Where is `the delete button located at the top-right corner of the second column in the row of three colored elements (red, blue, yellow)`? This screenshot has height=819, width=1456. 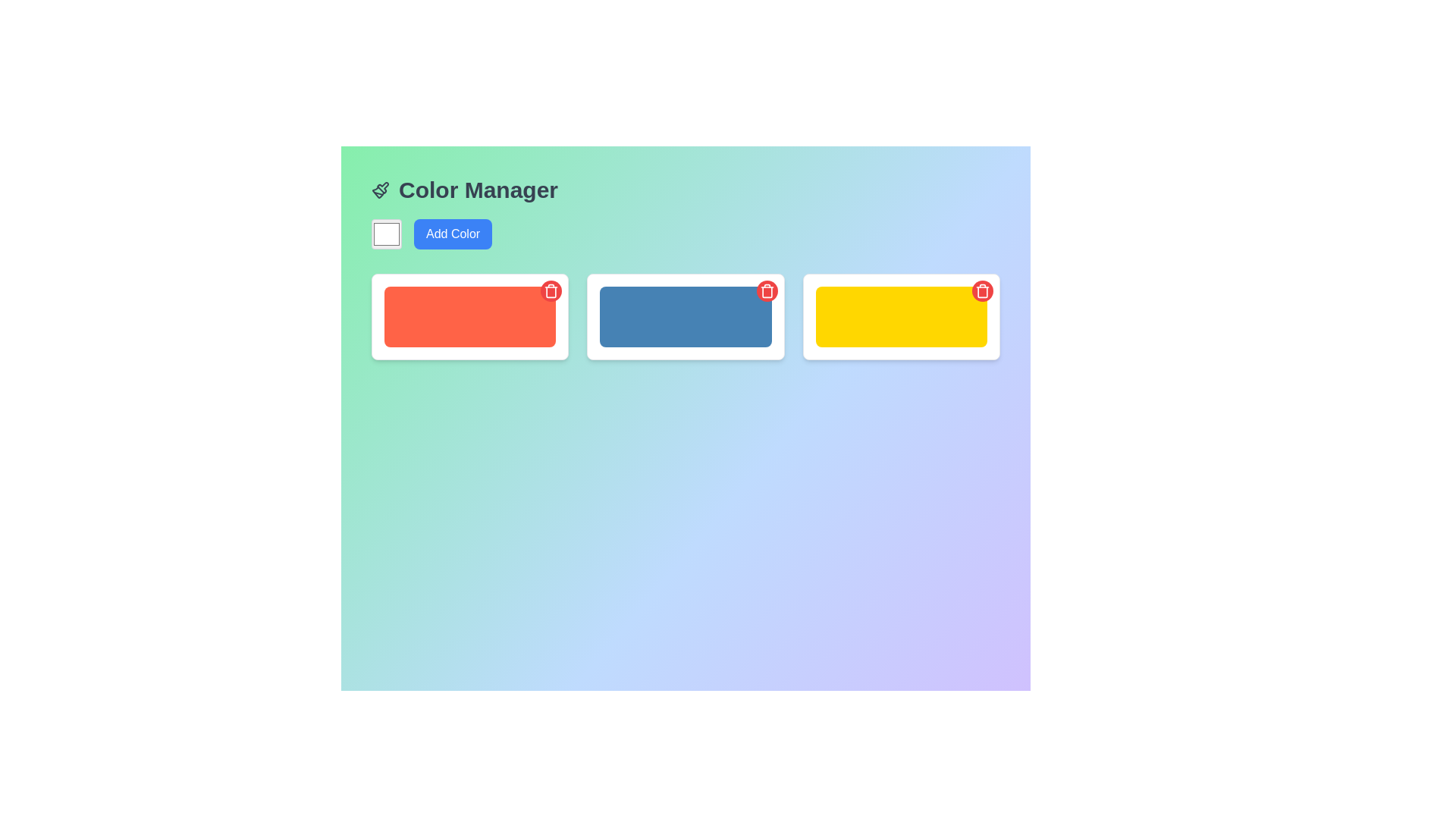 the delete button located at the top-right corner of the second column in the row of three colored elements (red, blue, yellow) is located at coordinates (767, 291).